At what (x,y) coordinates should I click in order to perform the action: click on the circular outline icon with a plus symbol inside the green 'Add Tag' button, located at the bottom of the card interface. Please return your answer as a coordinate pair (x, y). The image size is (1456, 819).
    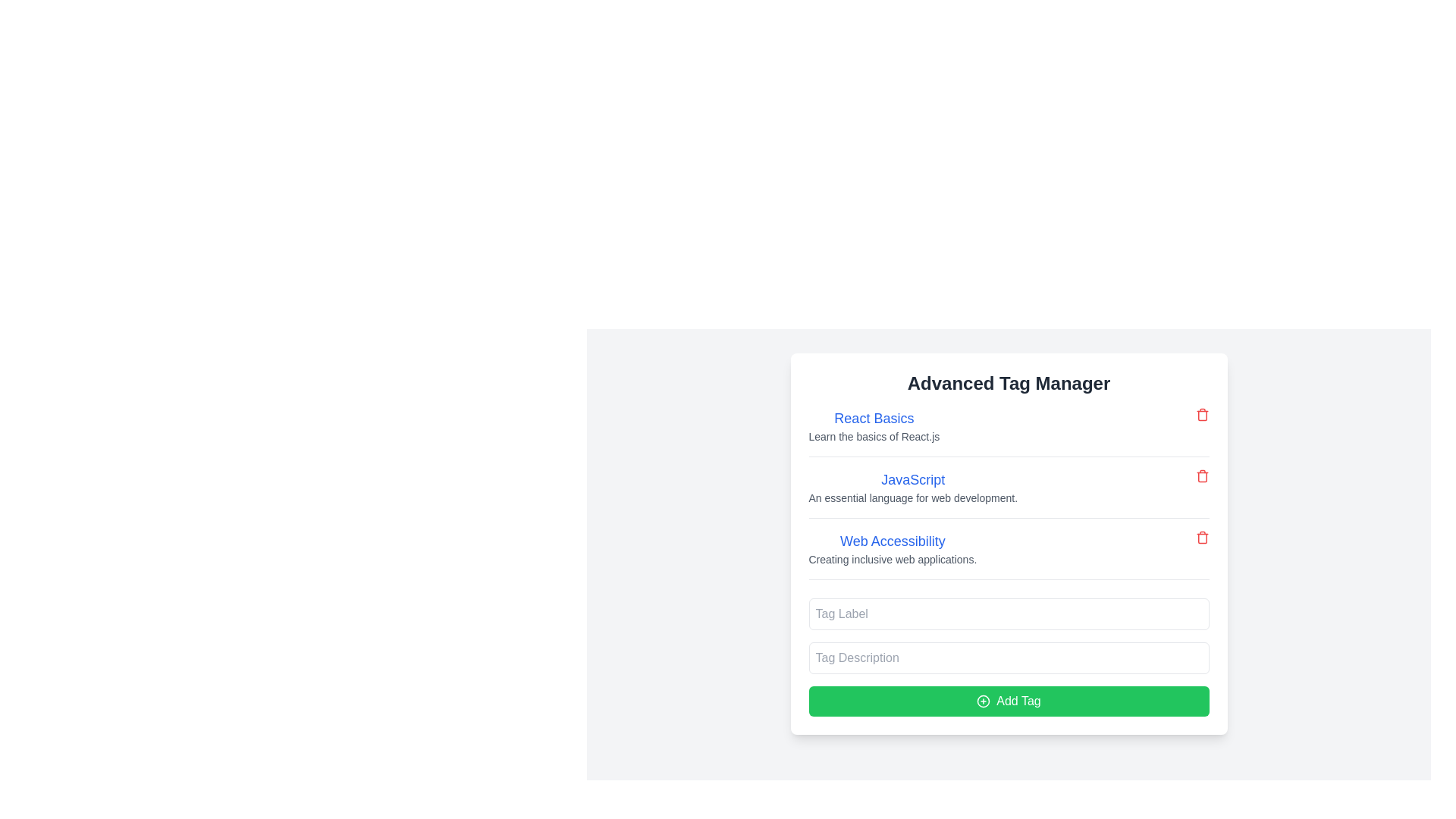
    Looking at the image, I should click on (984, 701).